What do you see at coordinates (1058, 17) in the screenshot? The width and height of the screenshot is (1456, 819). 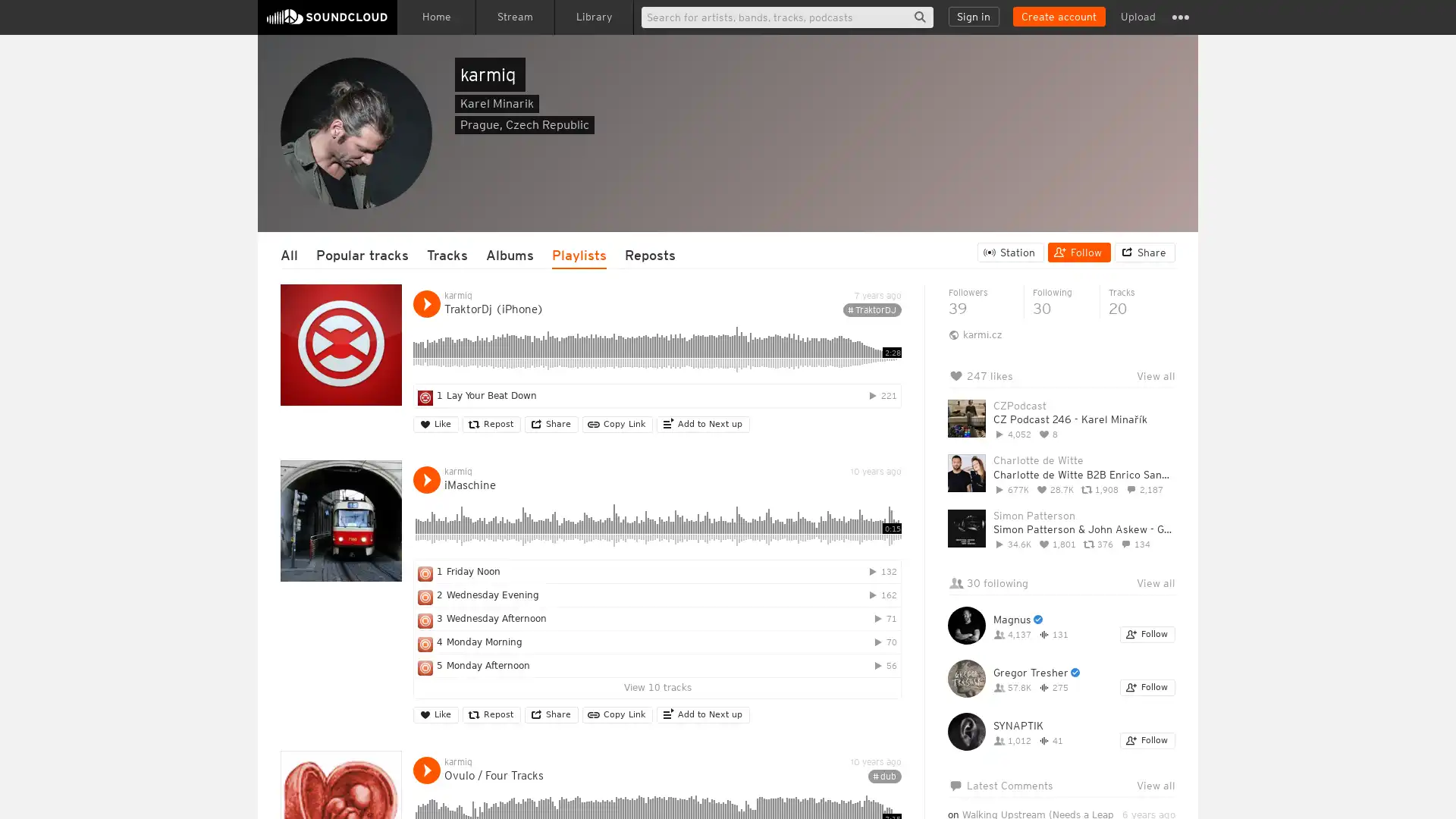 I see `Create a SoundCloud account` at bounding box center [1058, 17].